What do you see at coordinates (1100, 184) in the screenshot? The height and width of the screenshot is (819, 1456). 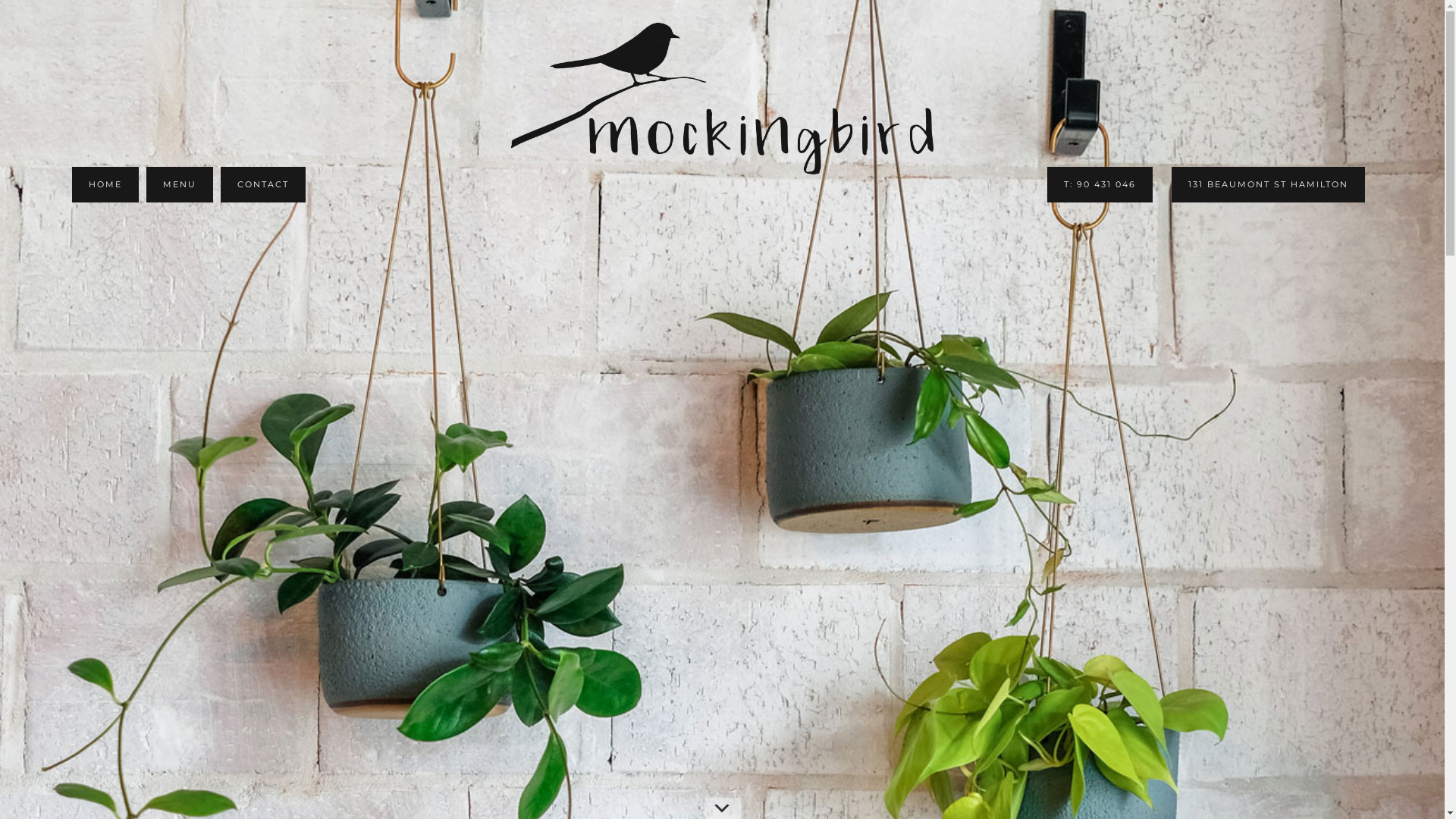 I see `'T: 90 431 046'` at bounding box center [1100, 184].